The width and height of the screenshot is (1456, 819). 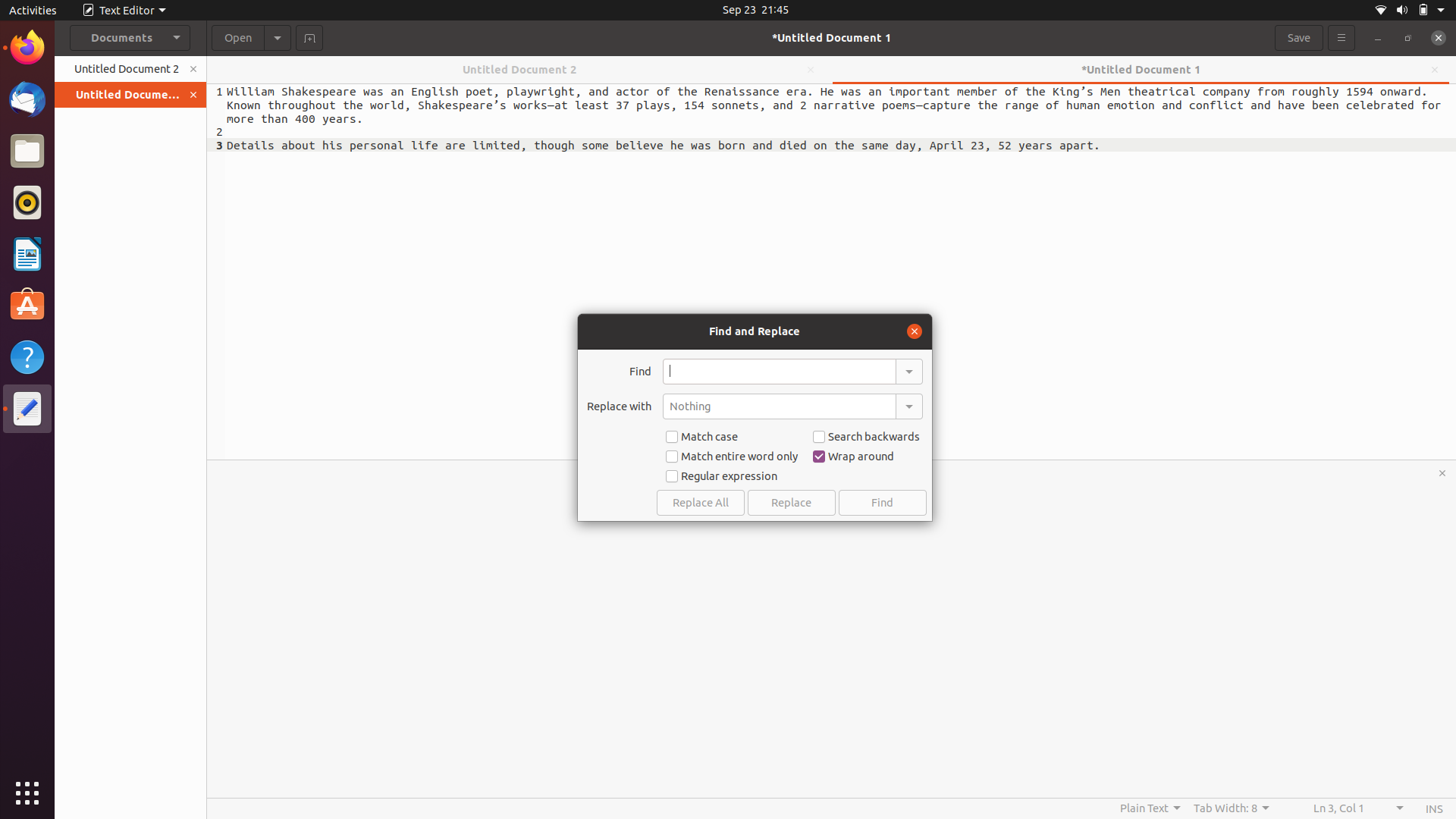 I want to click on Exit from the find and replace toolbar and minimize the currently open text file, so click(x=912, y=329).